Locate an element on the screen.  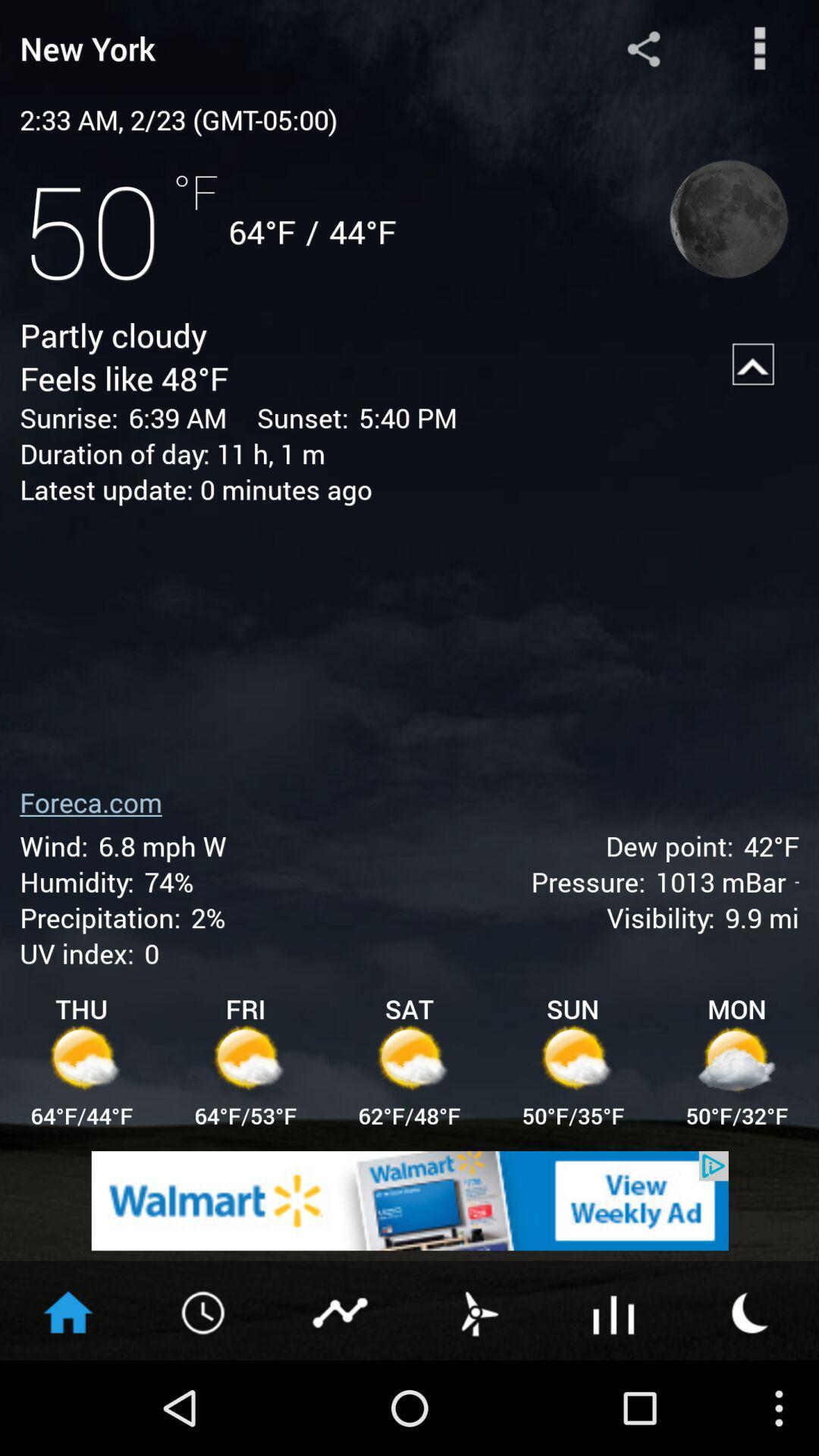
the weather icon is located at coordinates (476, 1402).